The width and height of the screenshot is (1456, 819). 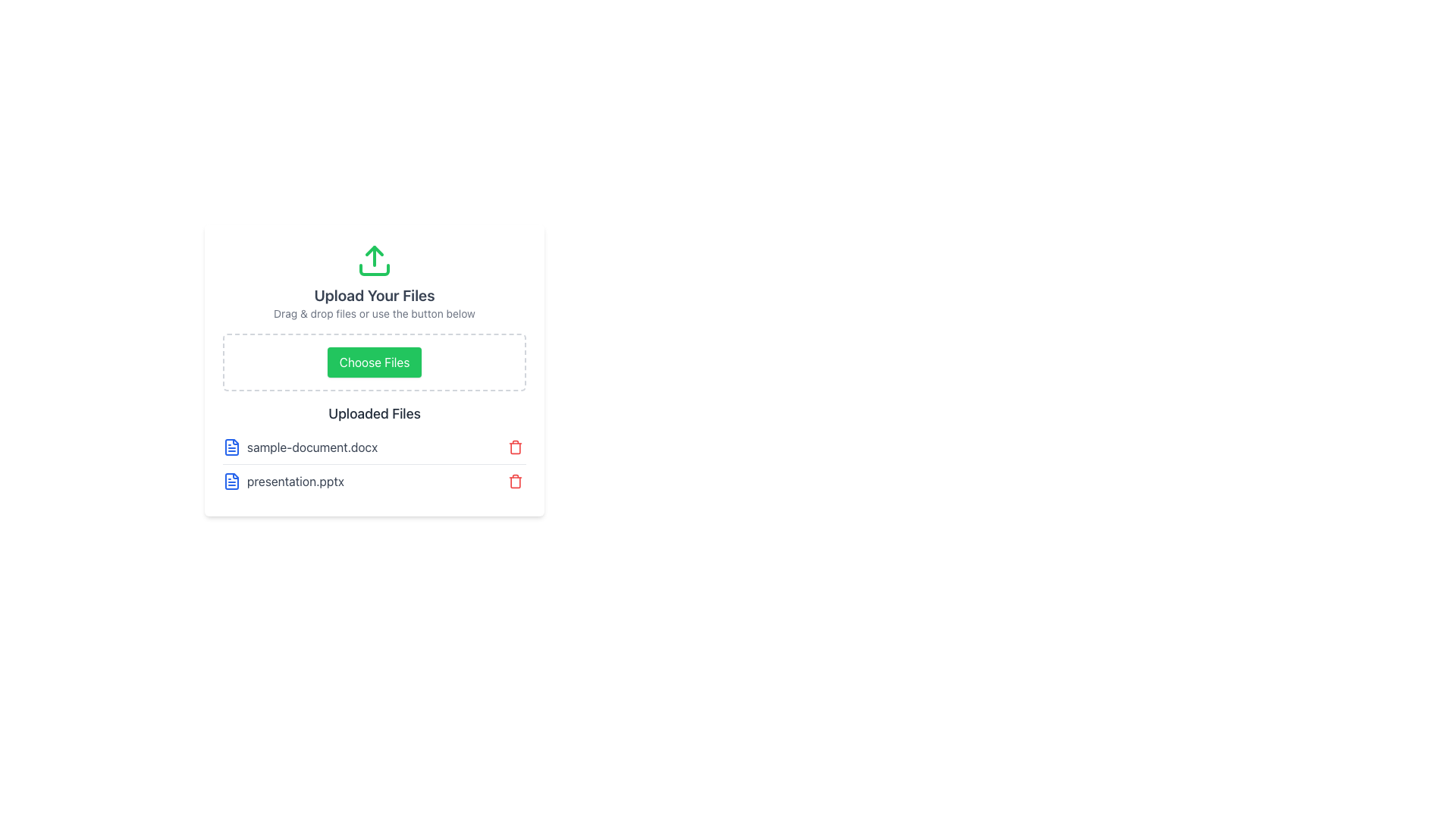 I want to click on the text label displaying 'sample-document.docx' in gray color, located between a blue file icon and a red delete icon in the 'Uploaded Files' section, so click(x=312, y=447).